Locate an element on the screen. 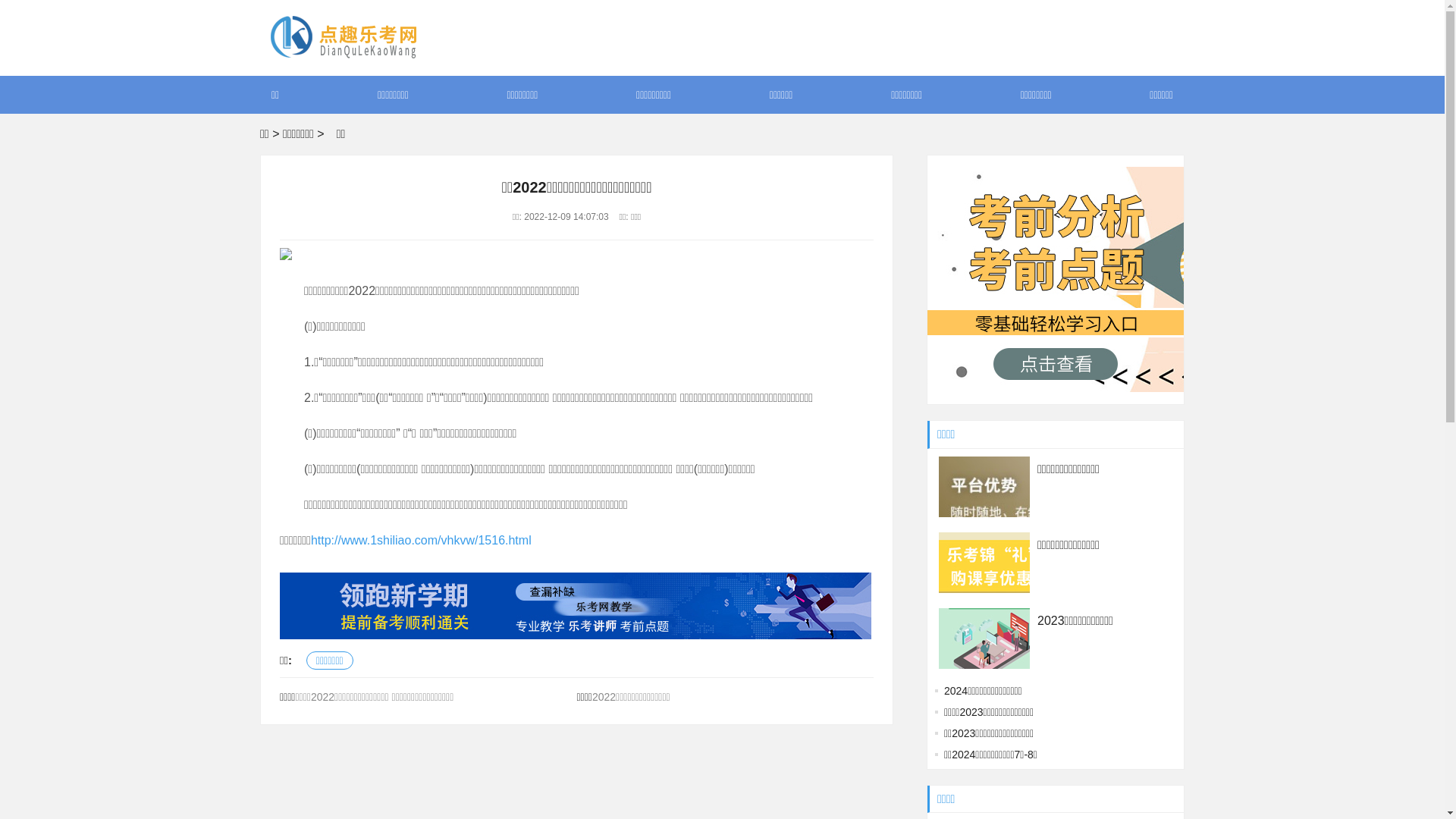 Image resolution: width=1456 pixels, height=819 pixels. 'http://www.1shiliao.com/vhkvw/1516.html' is located at coordinates (421, 539).